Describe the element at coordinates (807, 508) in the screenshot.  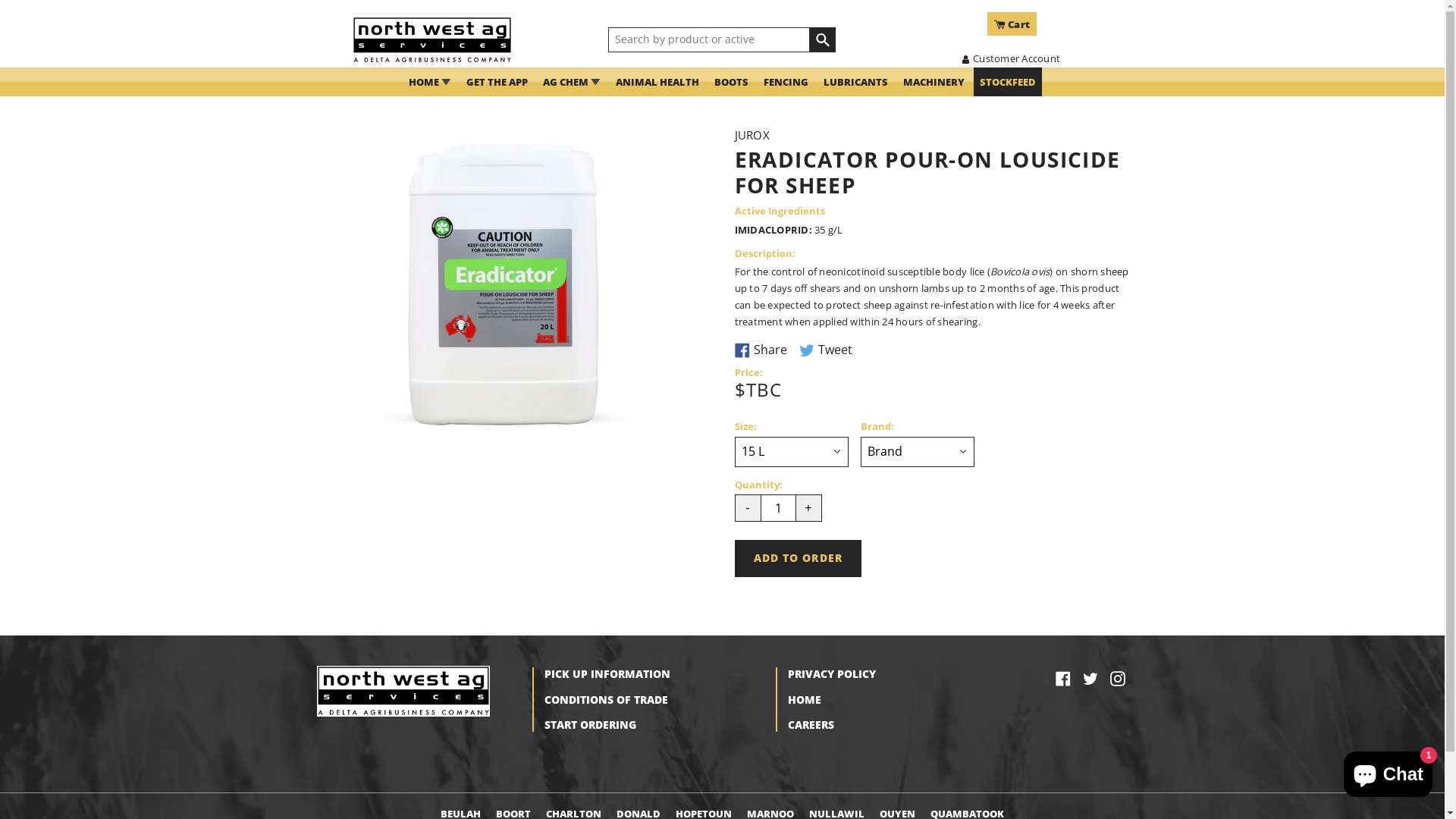
I see `'+'` at that location.